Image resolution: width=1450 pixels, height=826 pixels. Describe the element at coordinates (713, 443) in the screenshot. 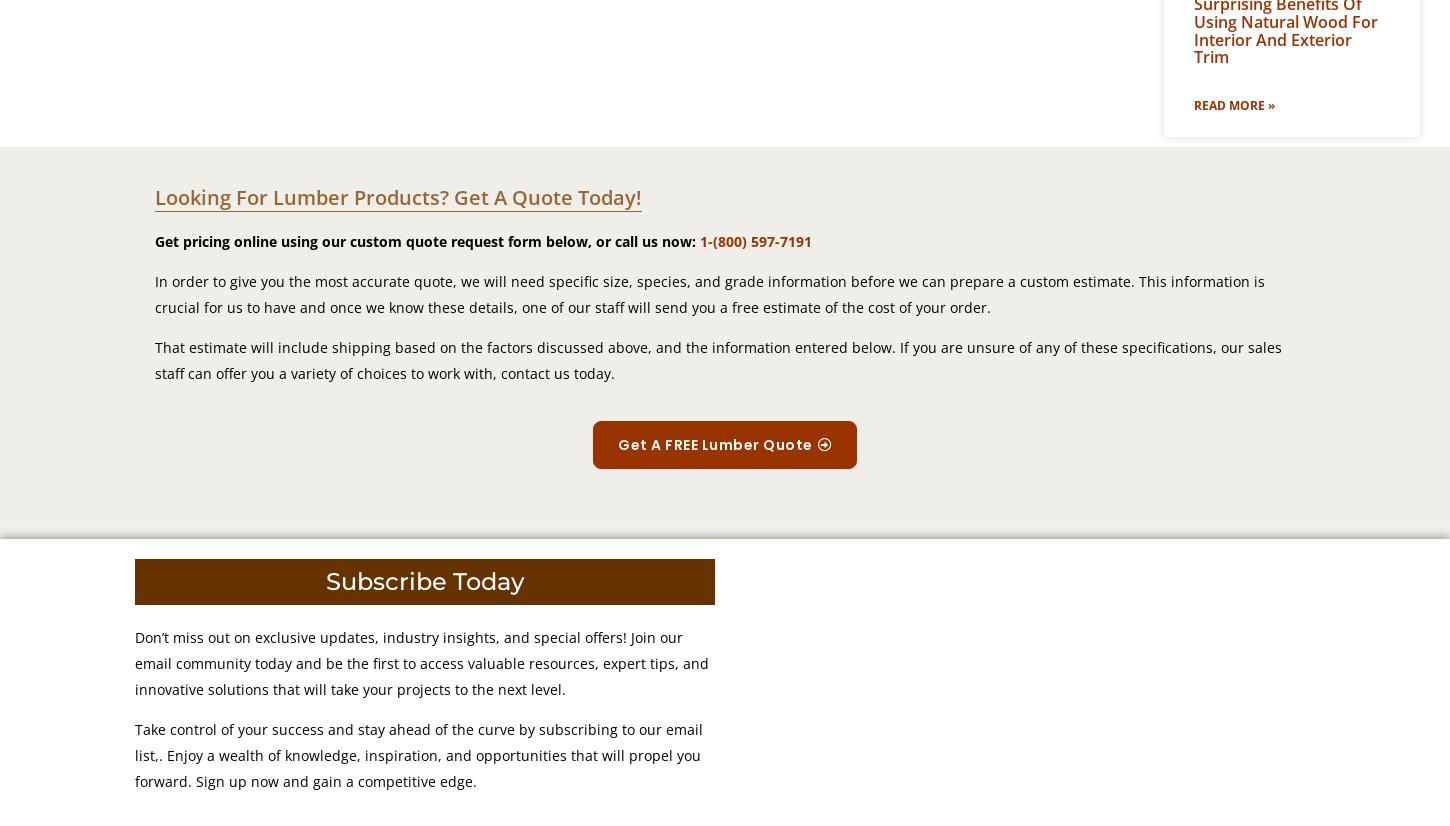

I see `'Get A FREE Lumber Quote'` at that location.